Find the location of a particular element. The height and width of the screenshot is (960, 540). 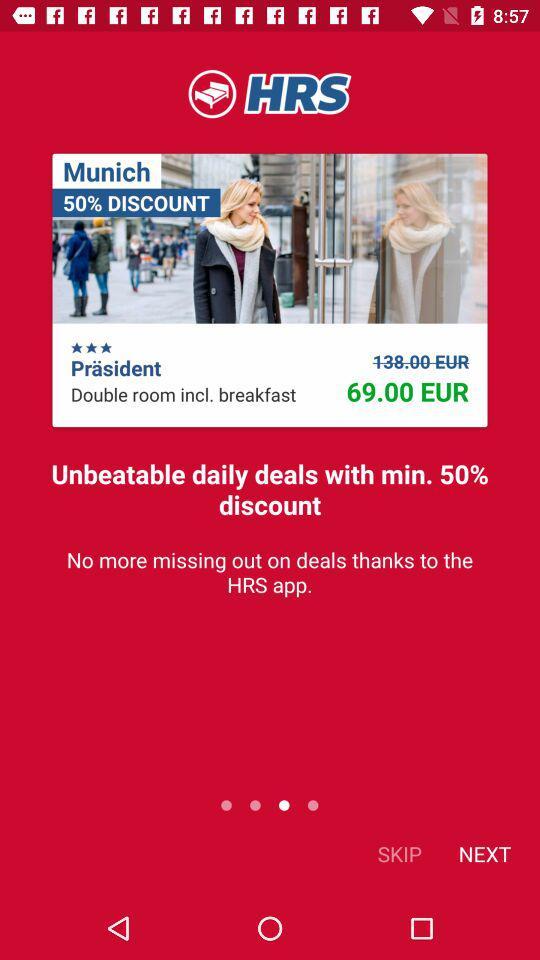

icon to the left of the next icon is located at coordinates (399, 852).